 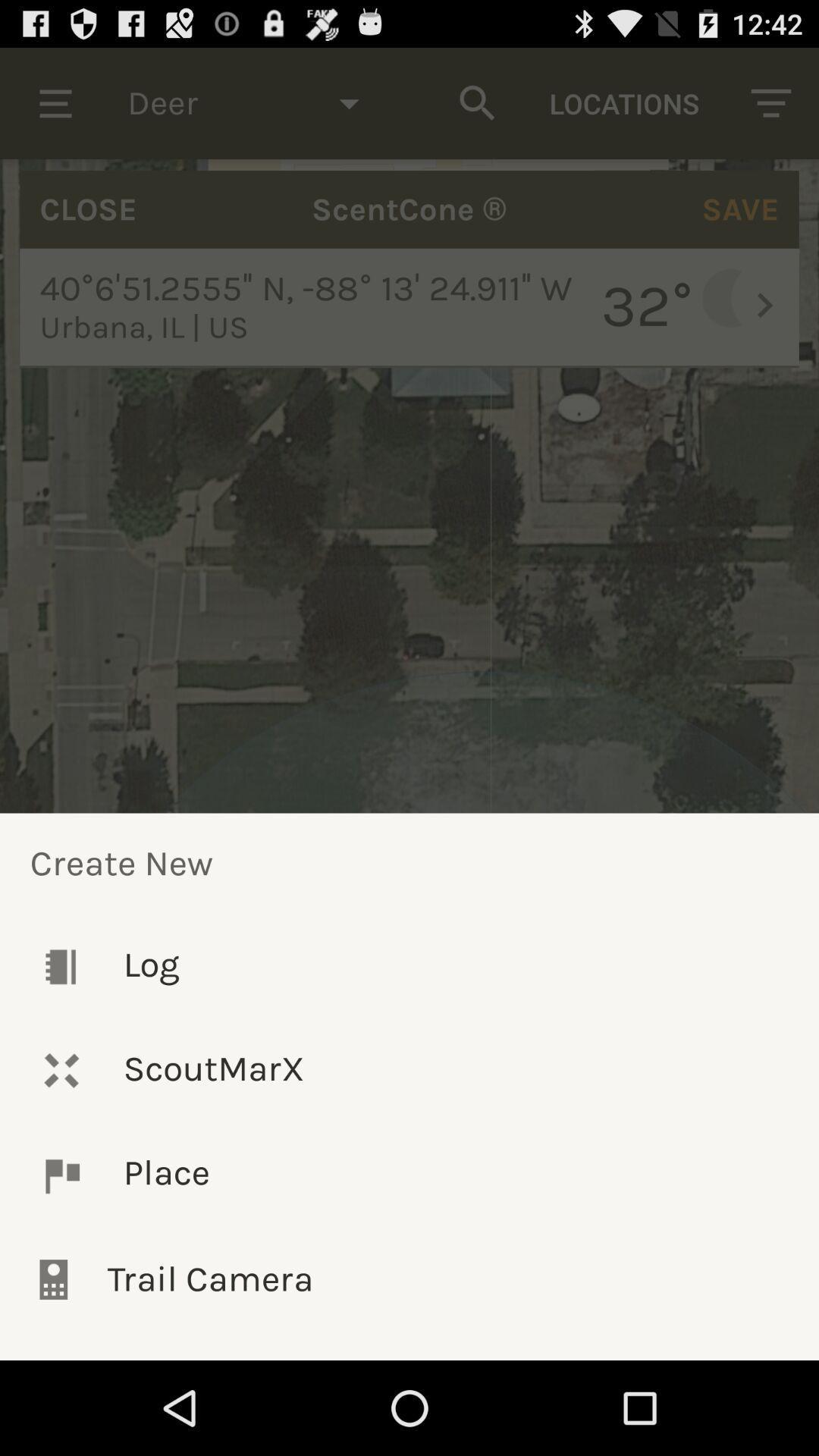 What do you see at coordinates (409, 1175) in the screenshot?
I see `the place icon` at bounding box center [409, 1175].